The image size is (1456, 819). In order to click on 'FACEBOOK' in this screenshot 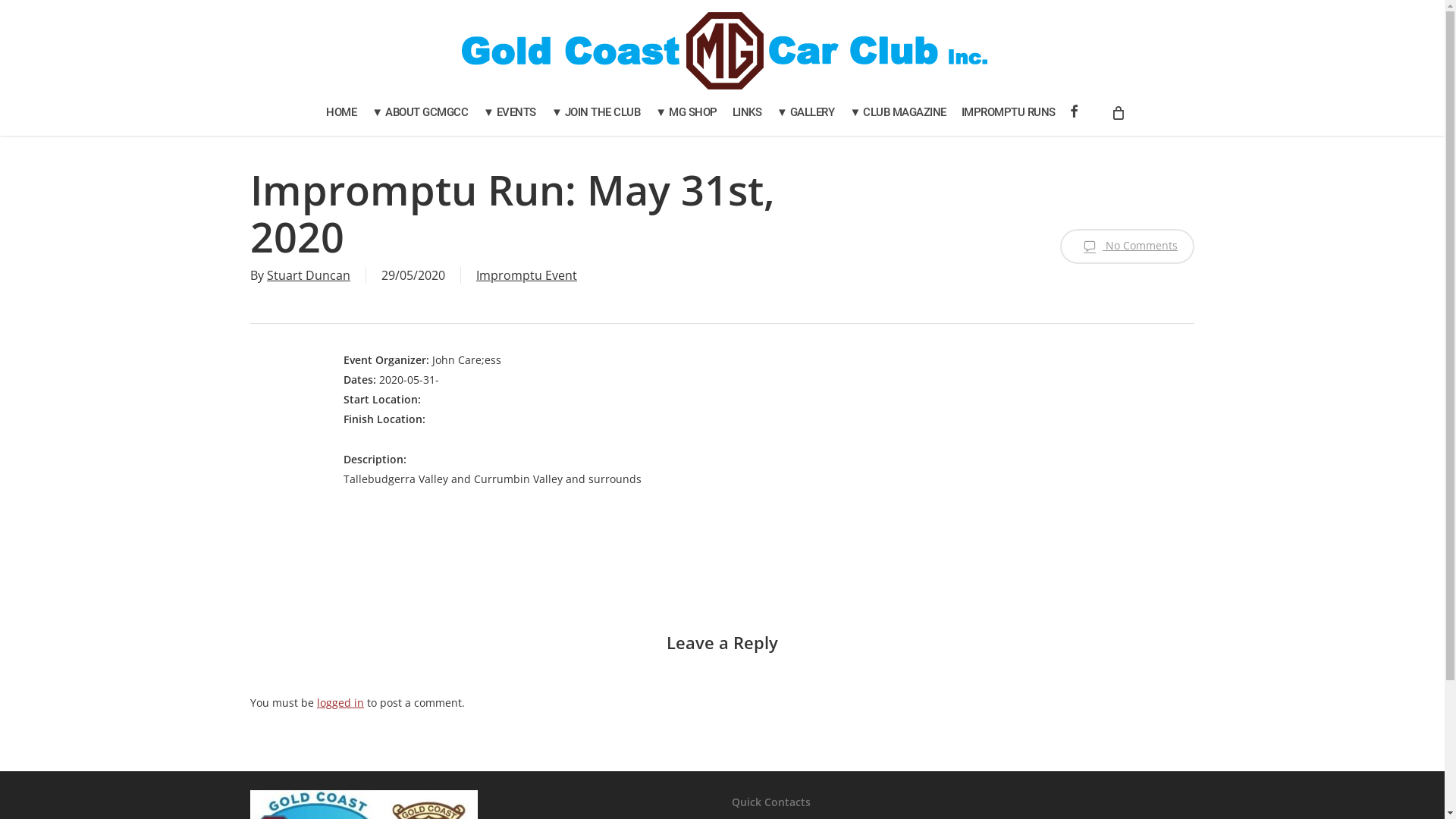, I will do `click(1062, 111)`.